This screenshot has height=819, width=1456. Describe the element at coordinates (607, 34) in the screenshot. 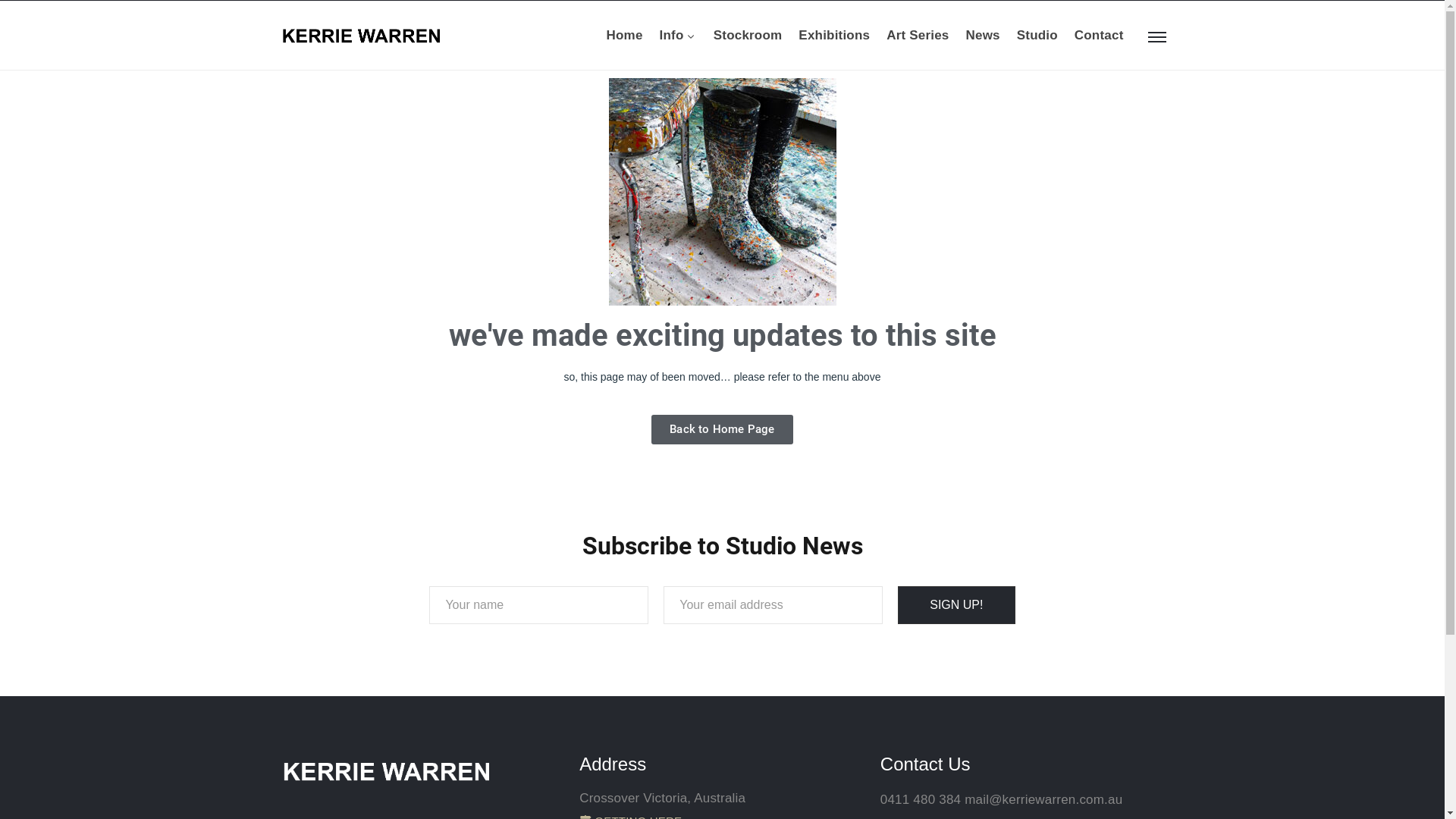

I see `'Home'` at that location.